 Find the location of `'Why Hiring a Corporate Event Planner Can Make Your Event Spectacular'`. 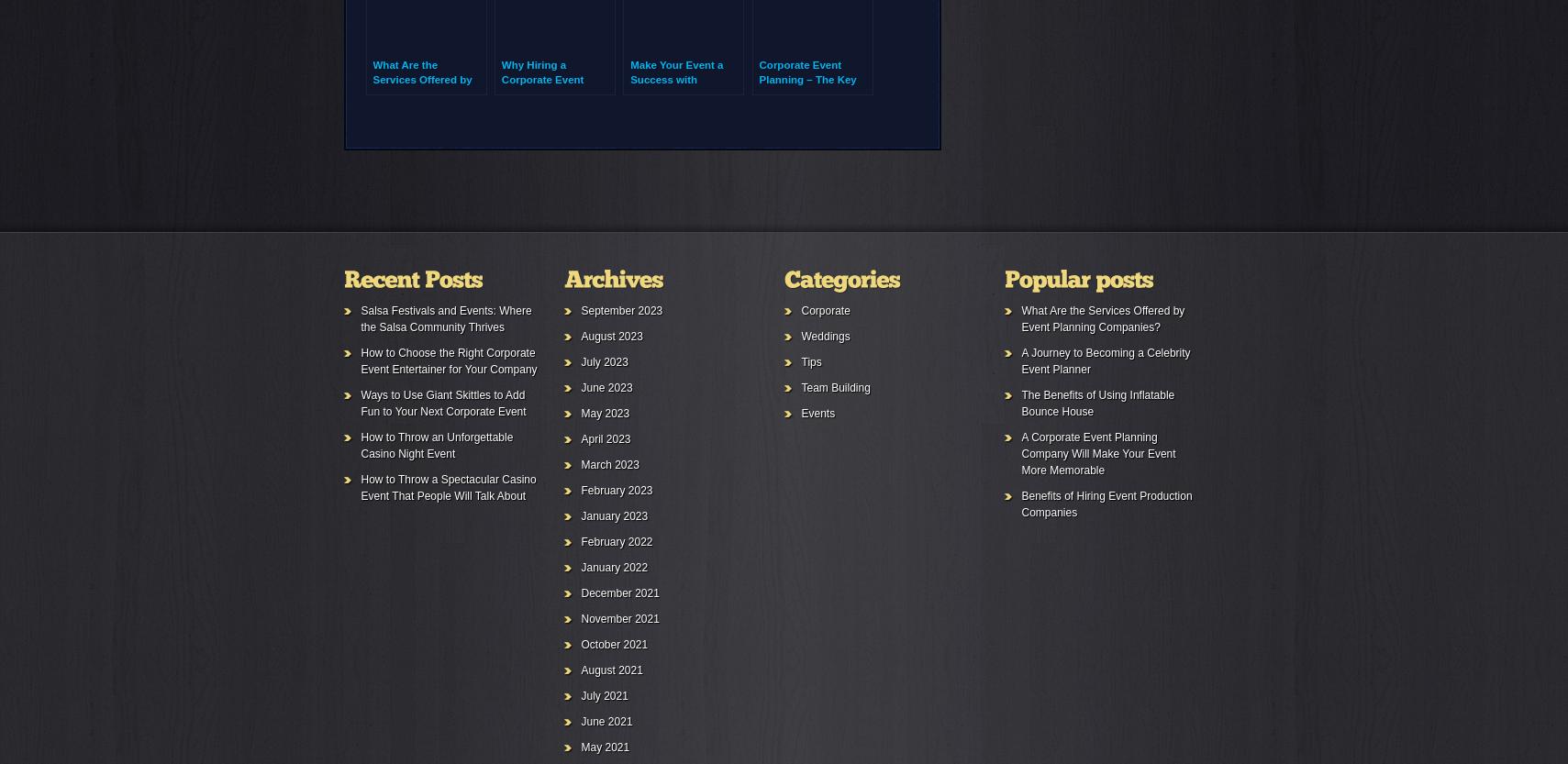

'Why Hiring a Corporate Event Planner Can Make Your Event Spectacular' is located at coordinates (545, 93).